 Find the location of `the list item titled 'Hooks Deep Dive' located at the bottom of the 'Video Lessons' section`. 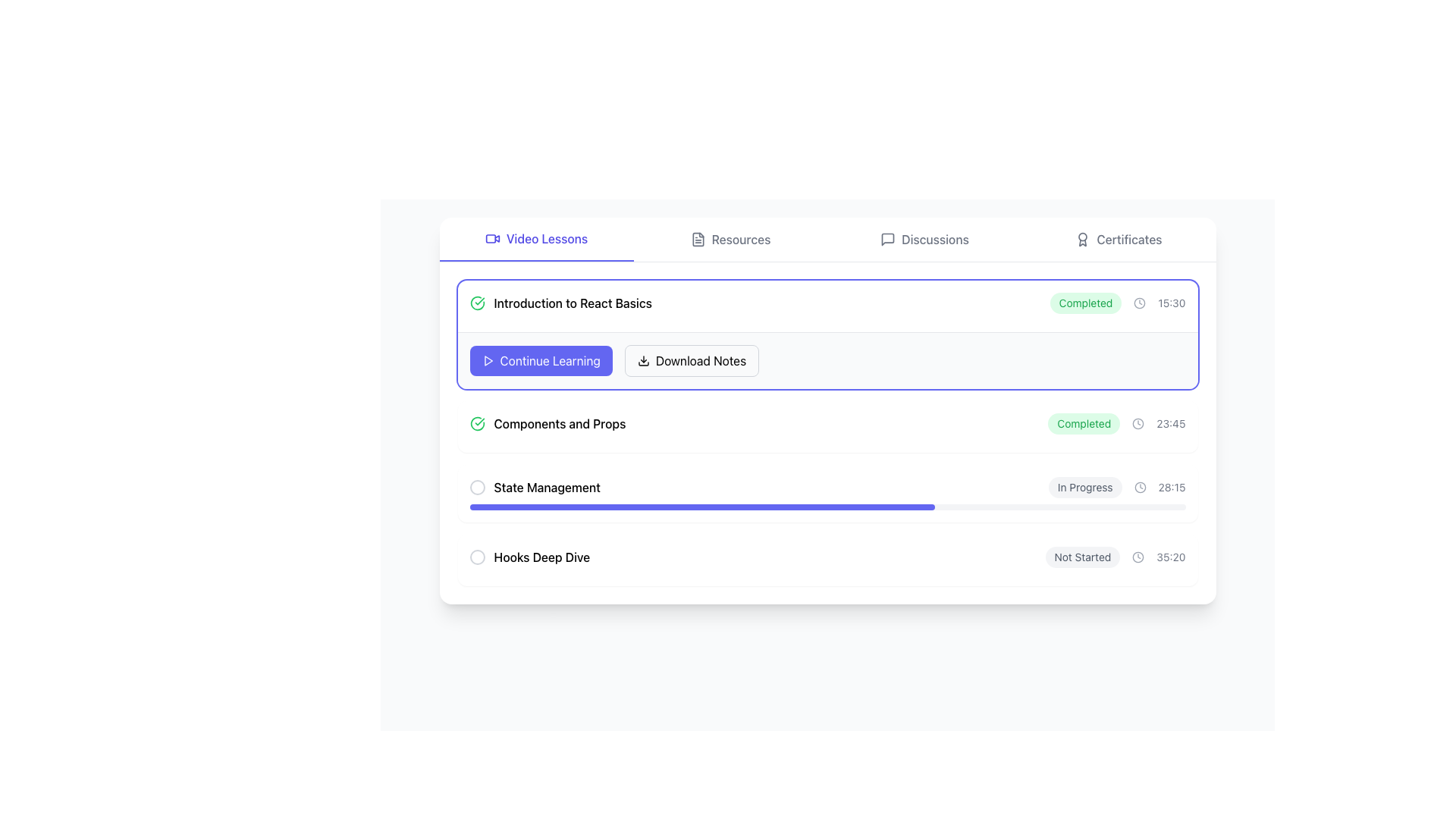

the list item titled 'Hooks Deep Dive' located at the bottom of the 'Video Lessons' section is located at coordinates (827, 557).